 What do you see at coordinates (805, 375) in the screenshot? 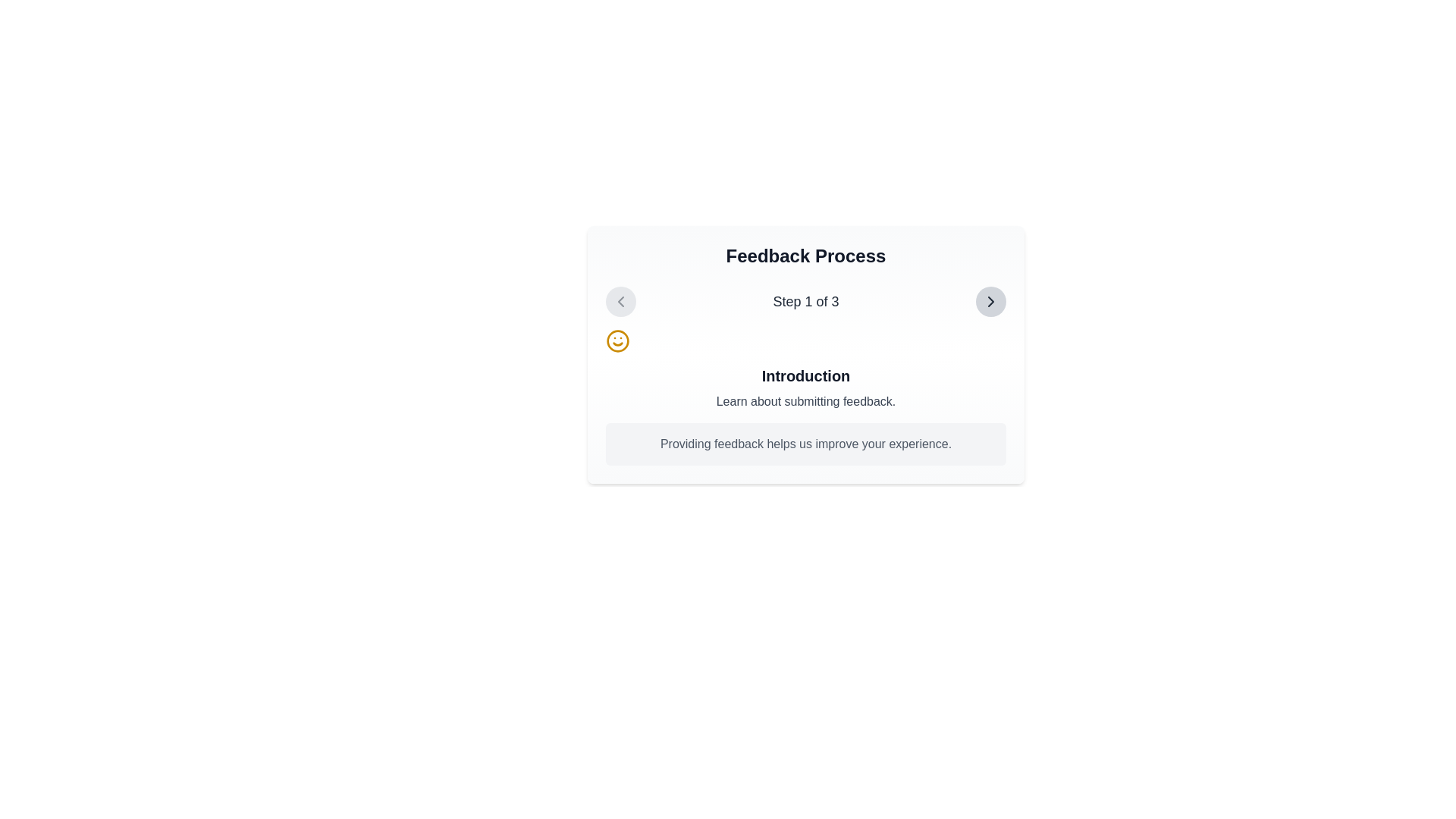
I see `the heading element that reads 'Introduction' in bold black font, centered on the page and located in the top-middle region of the 'Feedback Process' box` at bounding box center [805, 375].